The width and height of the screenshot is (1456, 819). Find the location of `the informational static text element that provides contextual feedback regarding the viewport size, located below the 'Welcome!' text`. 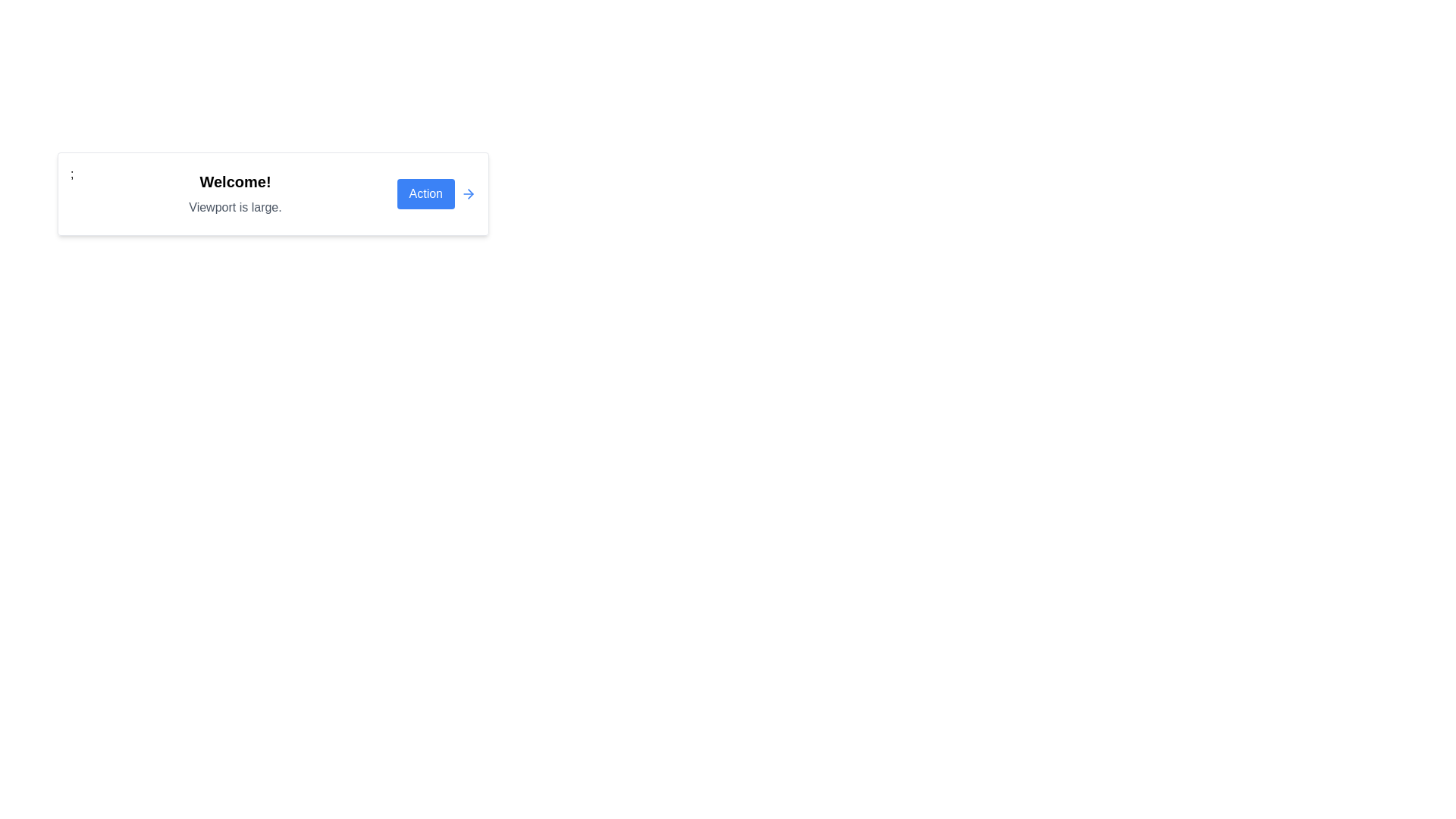

the informational static text element that provides contextual feedback regarding the viewport size, located below the 'Welcome!' text is located at coordinates (234, 207).